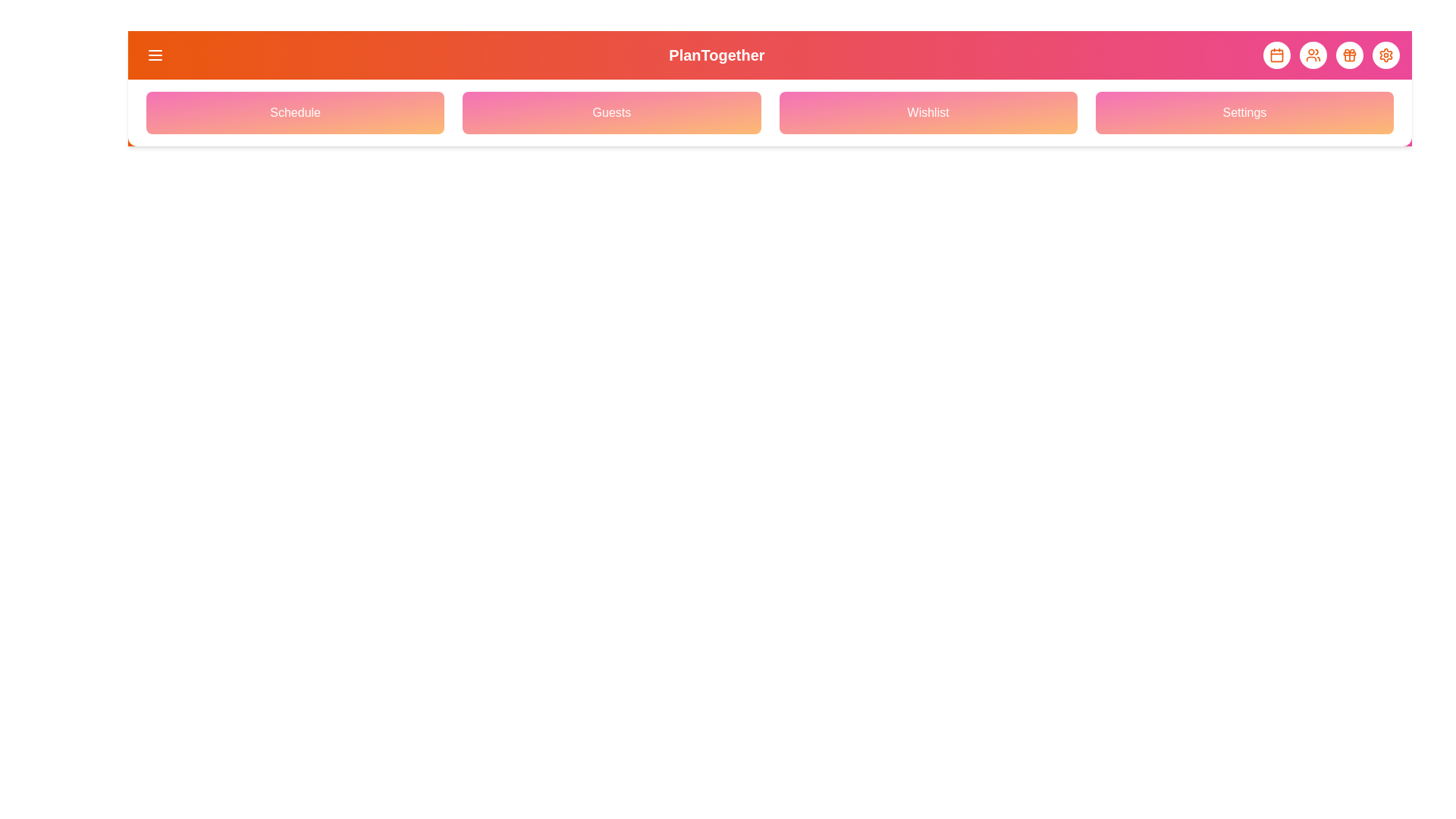 This screenshot has width=1456, height=819. Describe the element at coordinates (1386, 55) in the screenshot. I see `the header button corresponding to Settings` at that location.